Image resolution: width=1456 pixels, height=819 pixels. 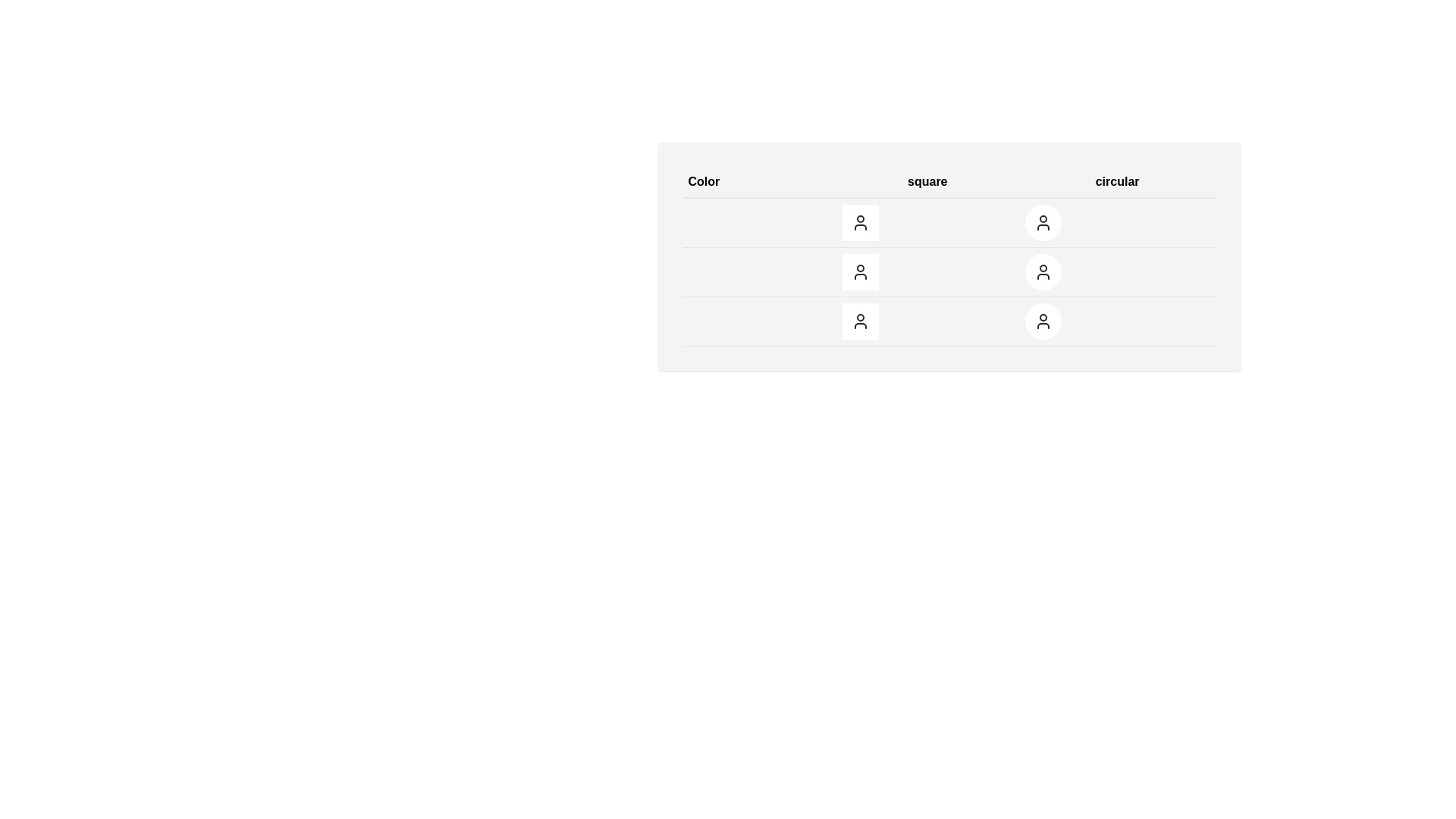 What do you see at coordinates (860, 271) in the screenshot?
I see `the square icon with a white background and black user silhouette located in the second row and second column of the grid layout` at bounding box center [860, 271].